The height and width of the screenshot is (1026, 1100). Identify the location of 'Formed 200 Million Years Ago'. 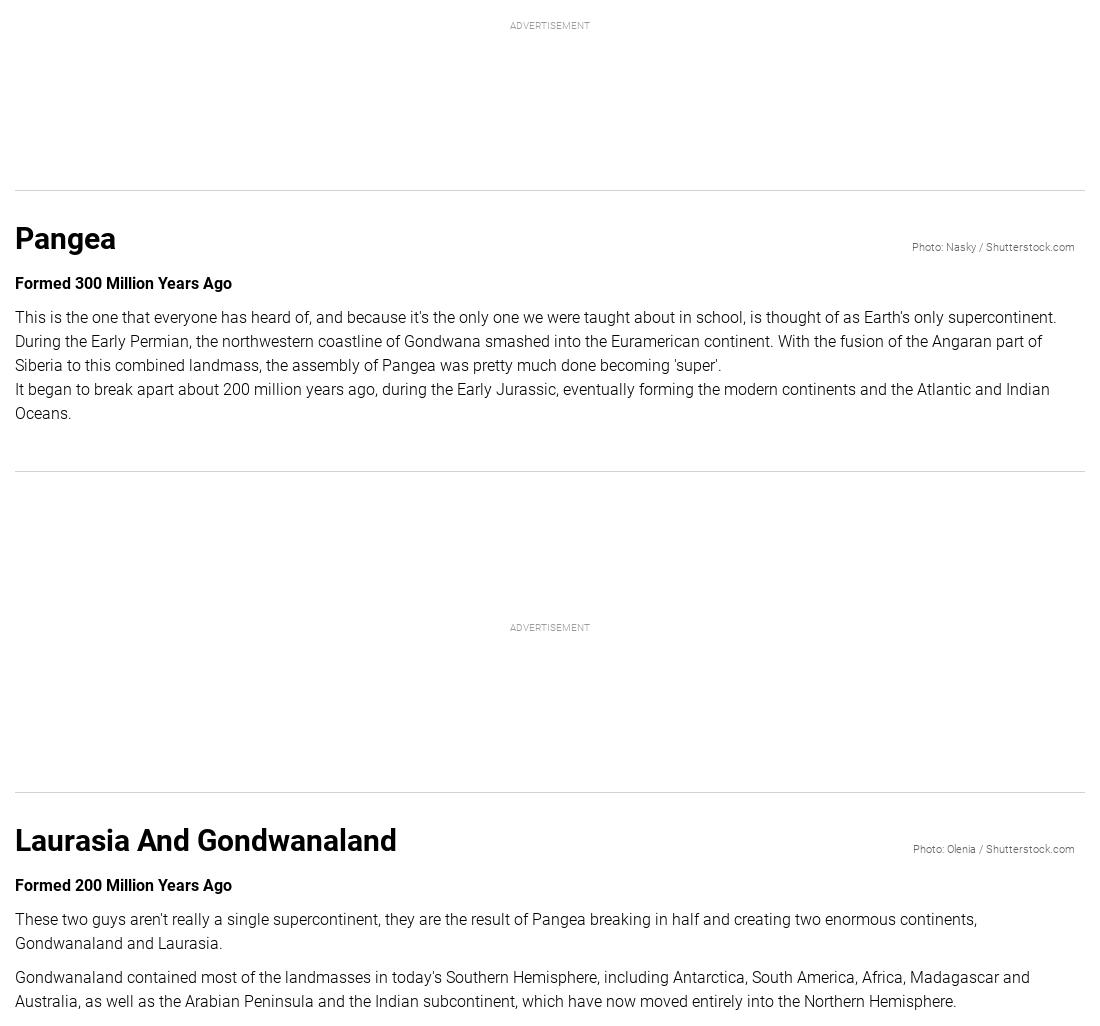
(123, 883).